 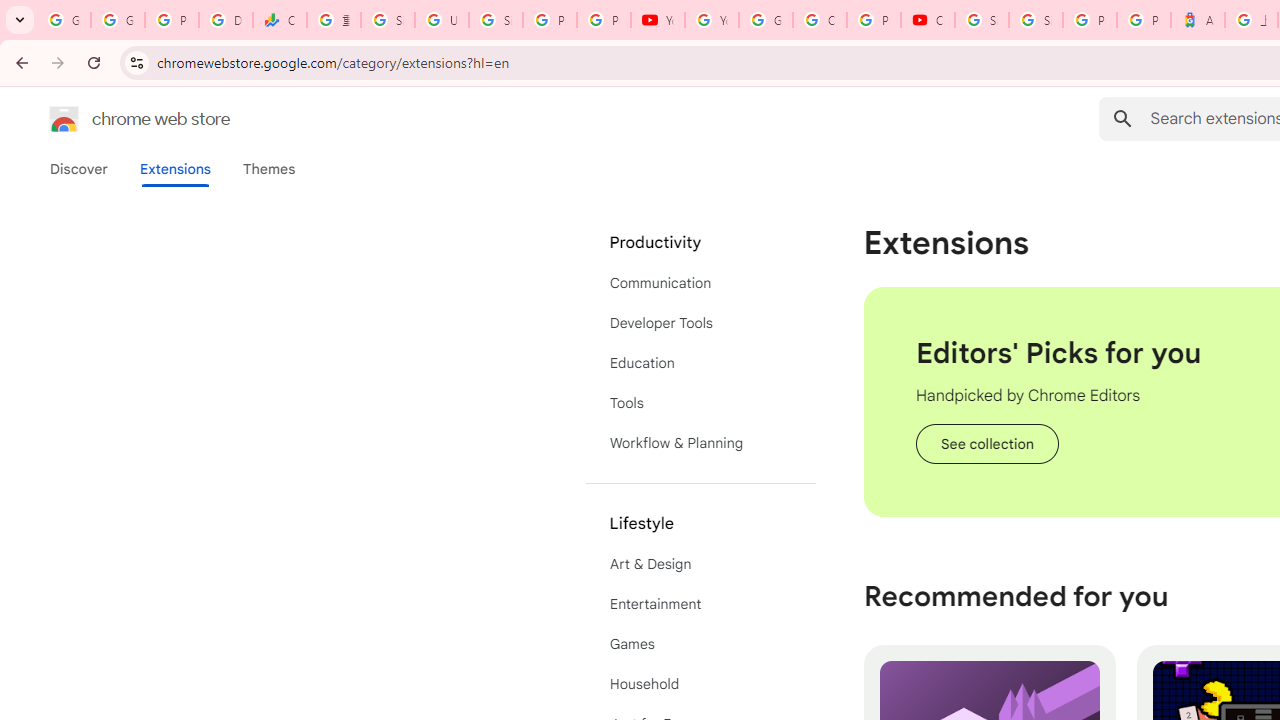 What do you see at coordinates (64, 20) in the screenshot?
I see `'Google Workspace Admin Community'` at bounding box center [64, 20].